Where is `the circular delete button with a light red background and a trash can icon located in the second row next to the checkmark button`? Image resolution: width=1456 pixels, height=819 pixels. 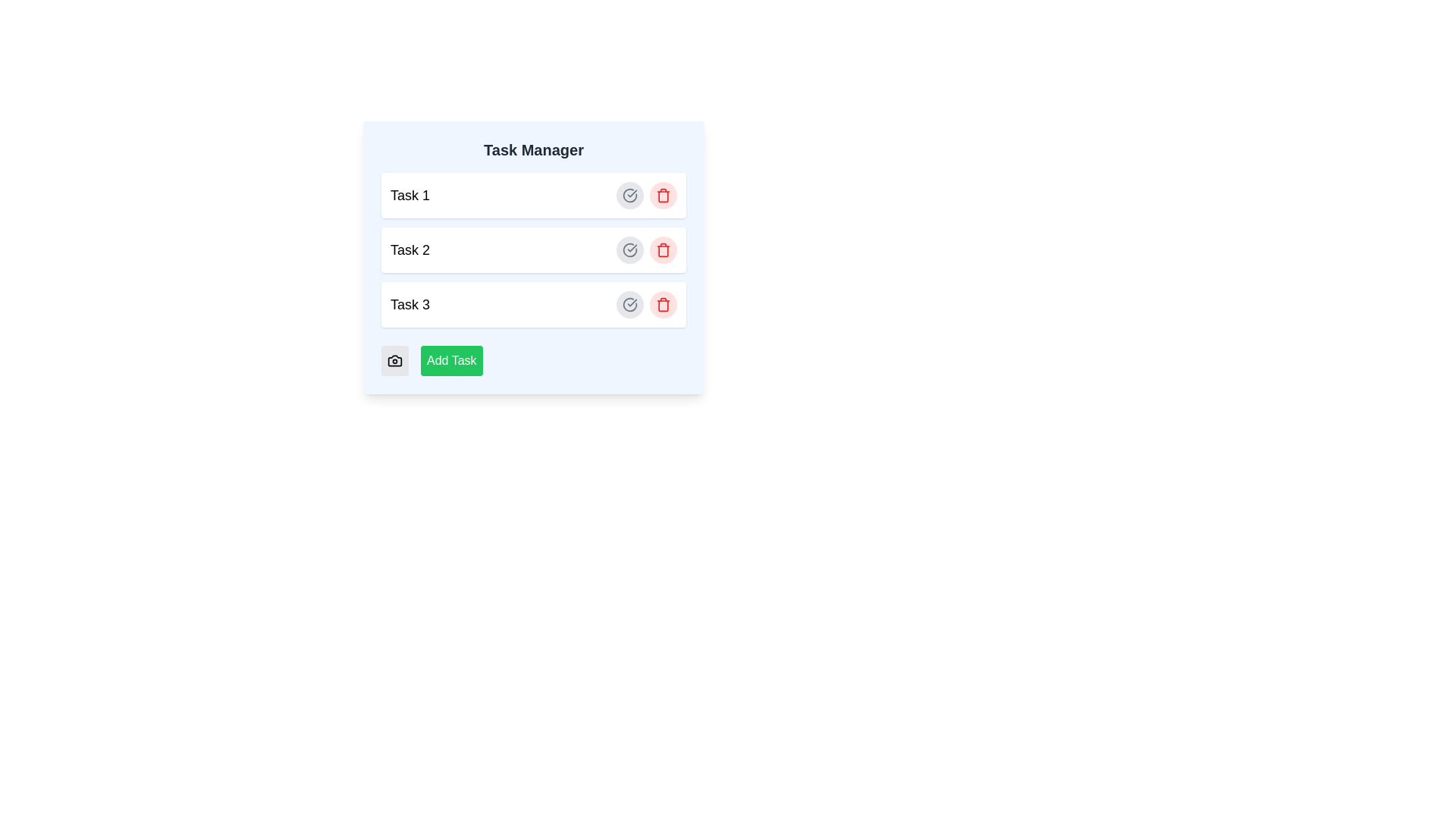
the circular delete button with a light red background and a trash can icon located in the second row next to the checkmark button is located at coordinates (663, 249).